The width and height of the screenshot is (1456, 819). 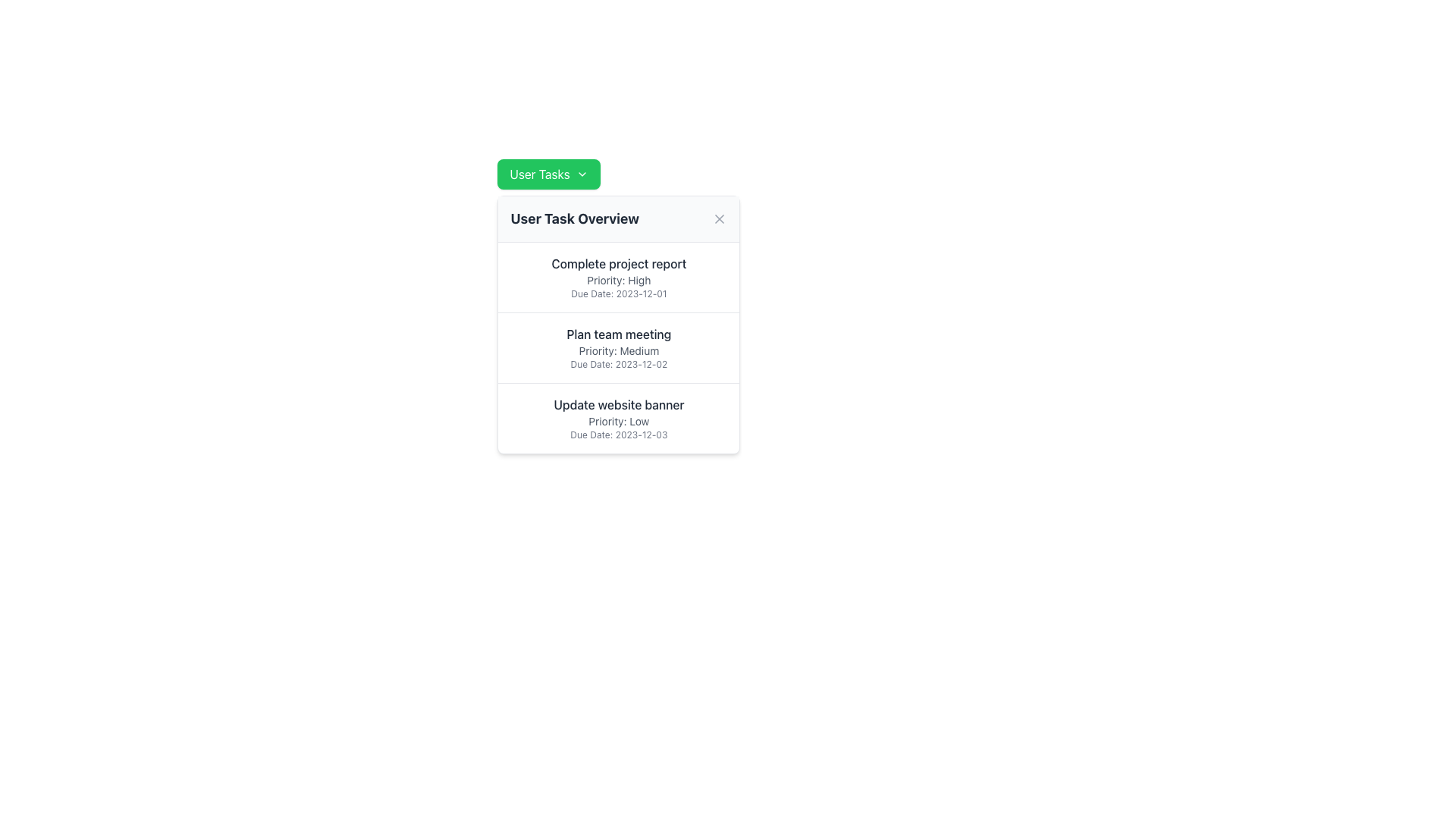 What do you see at coordinates (581, 174) in the screenshot?
I see `the chevron icon located at the top-right corner of the 'User Tasks' button` at bounding box center [581, 174].